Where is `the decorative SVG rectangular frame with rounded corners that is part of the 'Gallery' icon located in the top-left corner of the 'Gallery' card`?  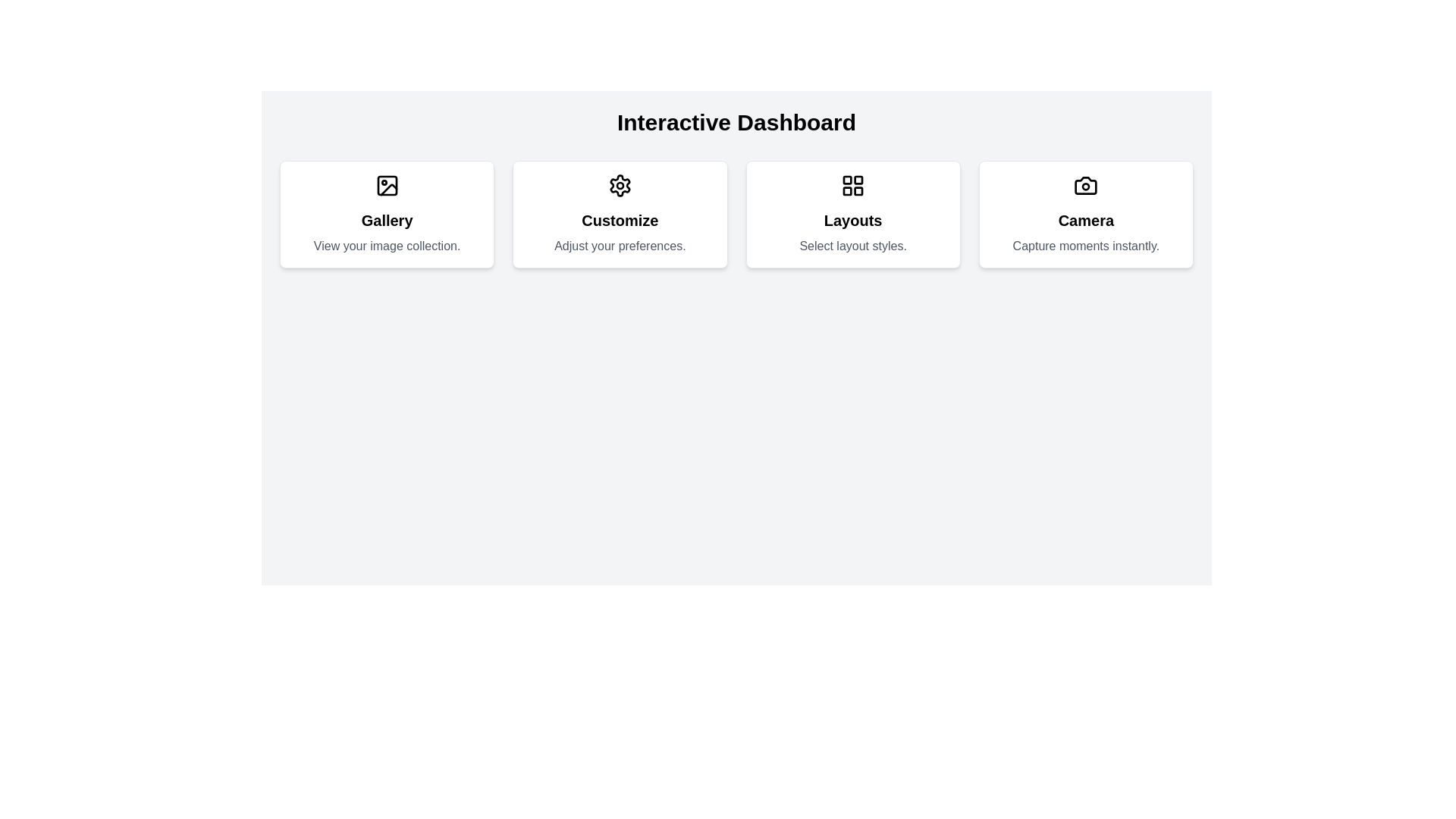
the decorative SVG rectangular frame with rounded corners that is part of the 'Gallery' icon located in the top-left corner of the 'Gallery' card is located at coordinates (387, 185).